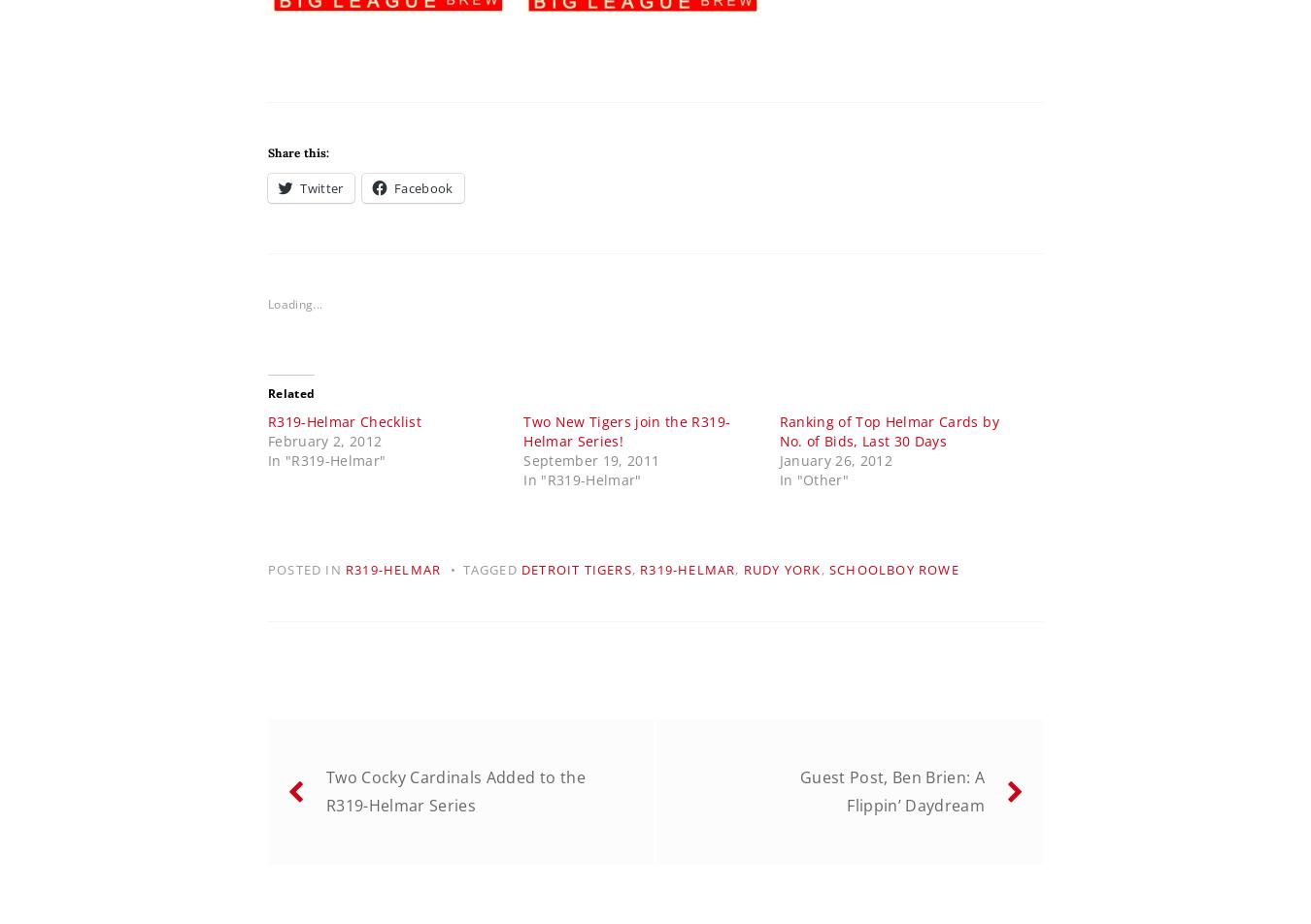 This screenshot has height=924, width=1311. Describe the element at coordinates (782, 570) in the screenshot. I see `'Rudy York'` at that location.